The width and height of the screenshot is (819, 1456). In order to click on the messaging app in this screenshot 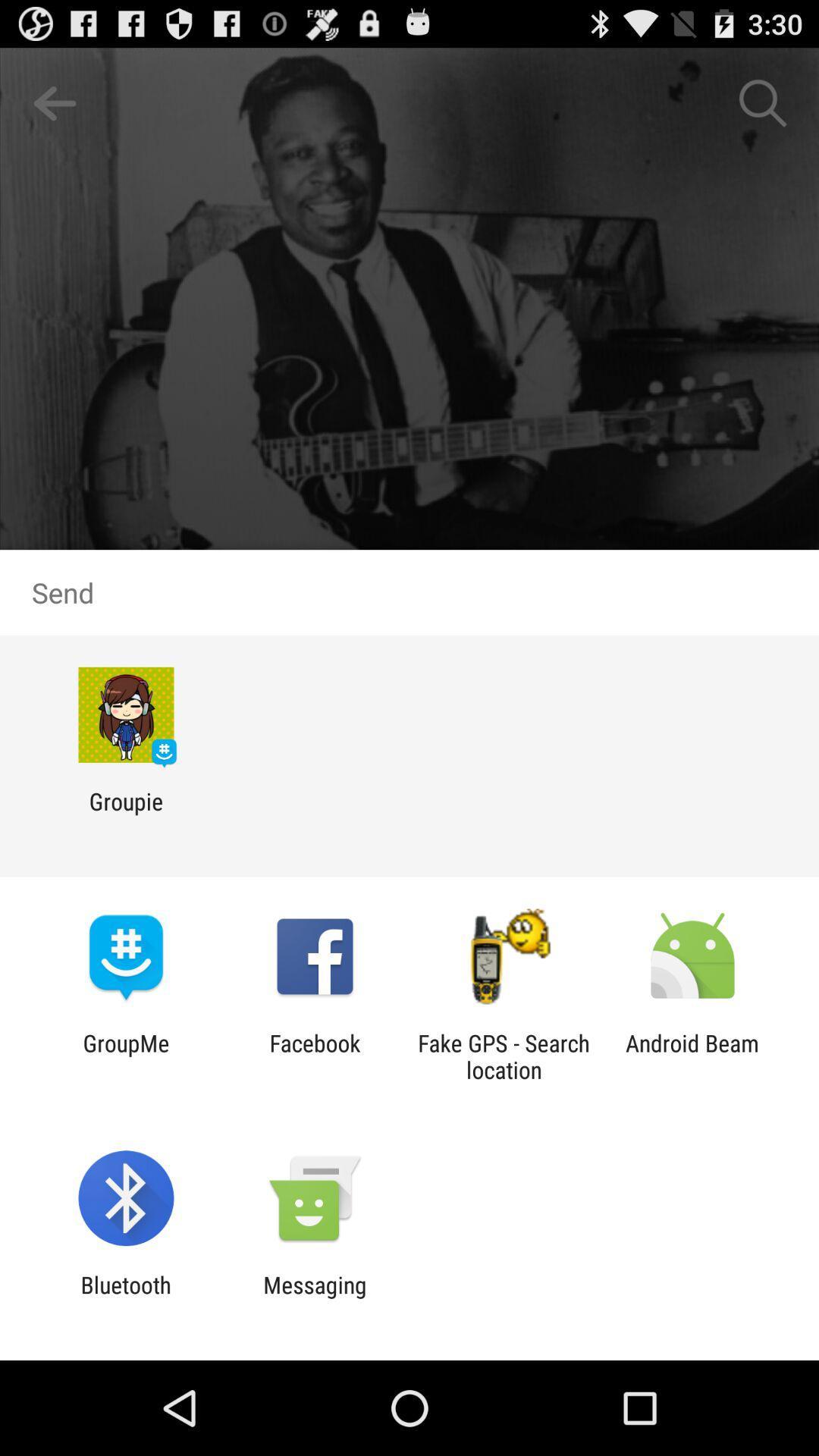, I will do `click(314, 1298)`.